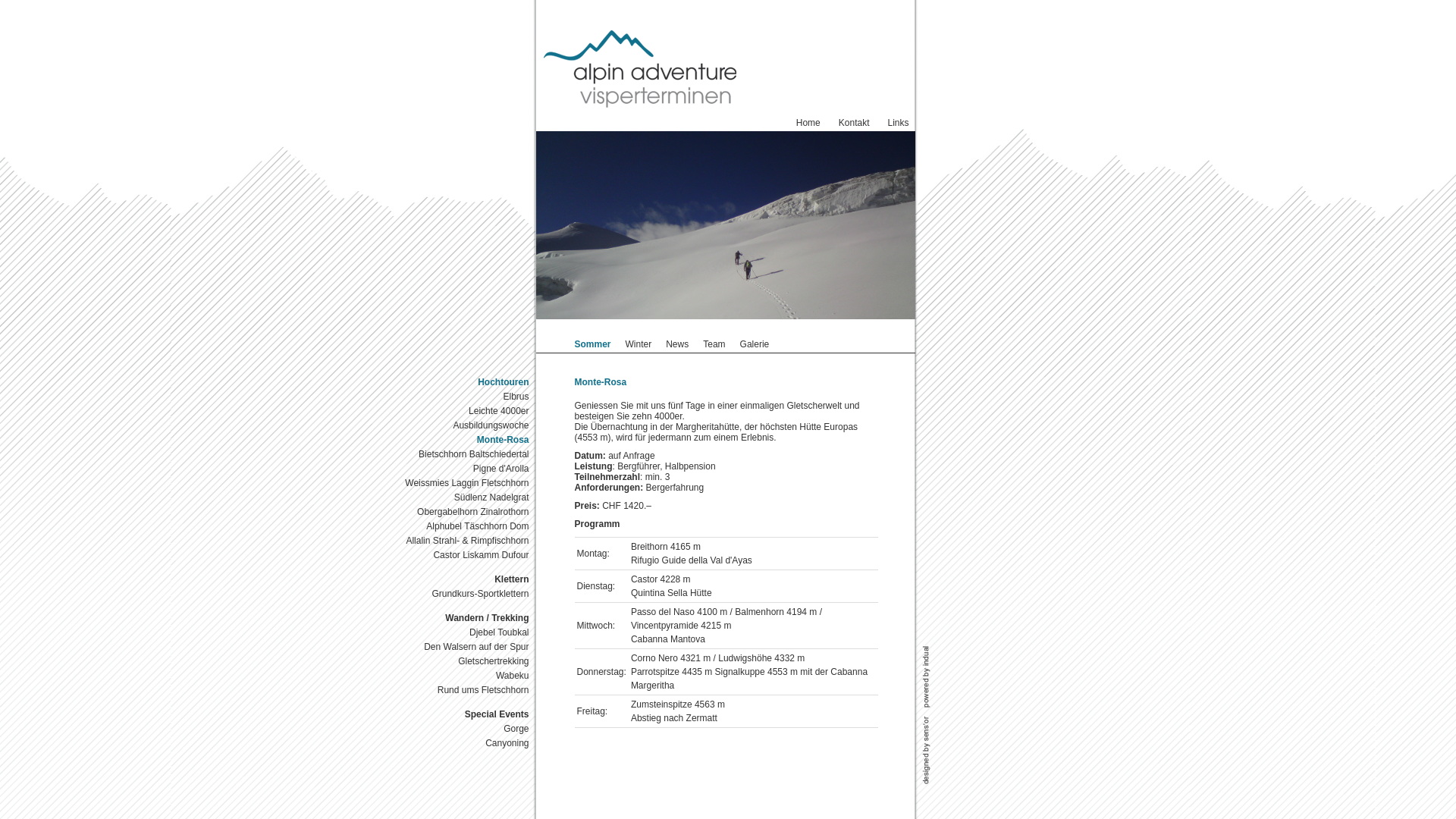  Describe the element at coordinates (462, 742) in the screenshot. I see `'Canyoning'` at that location.